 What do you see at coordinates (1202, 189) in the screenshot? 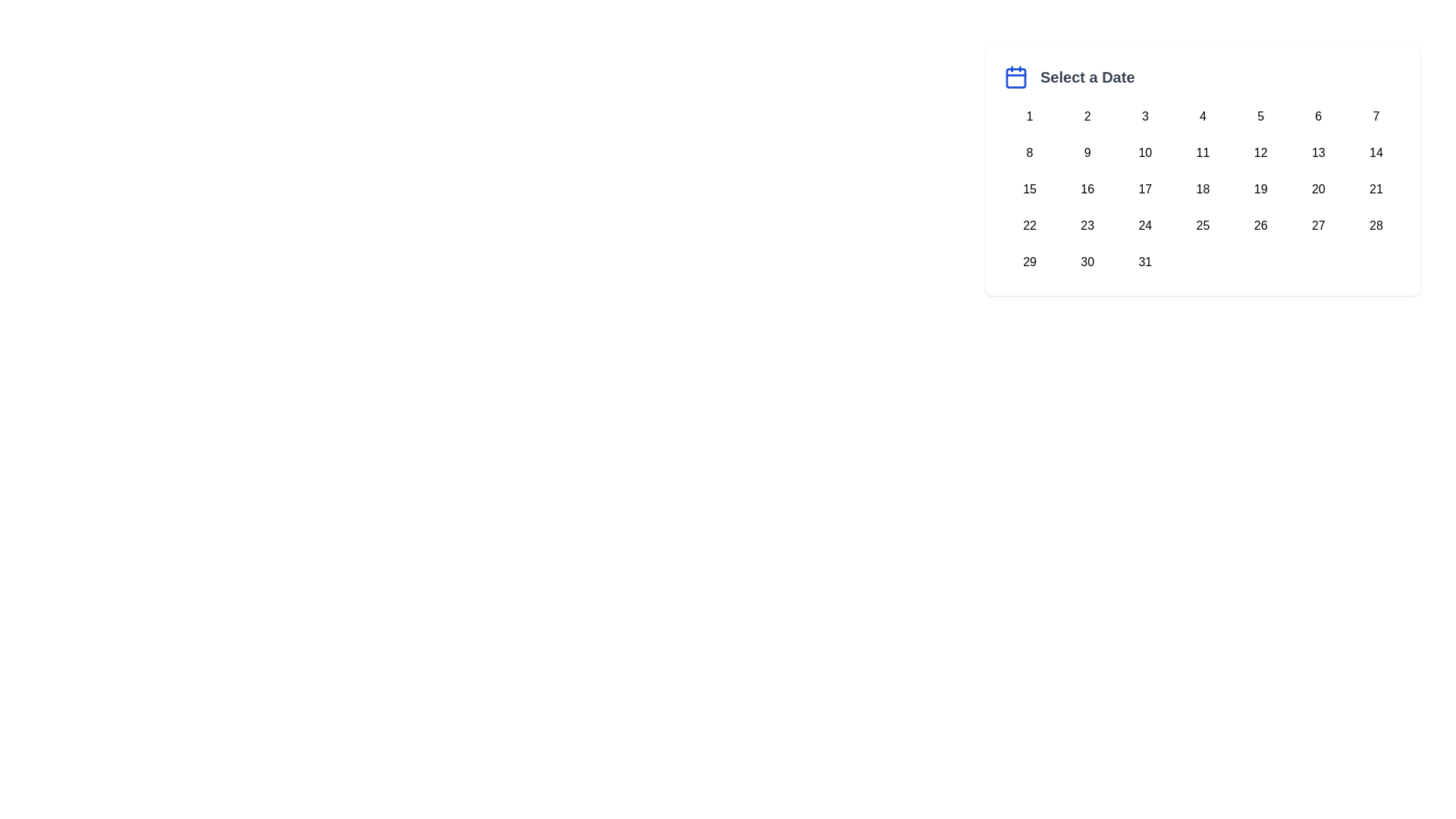
I see `the button representing the date 18 in the calendar interface` at bounding box center [1202, 189].